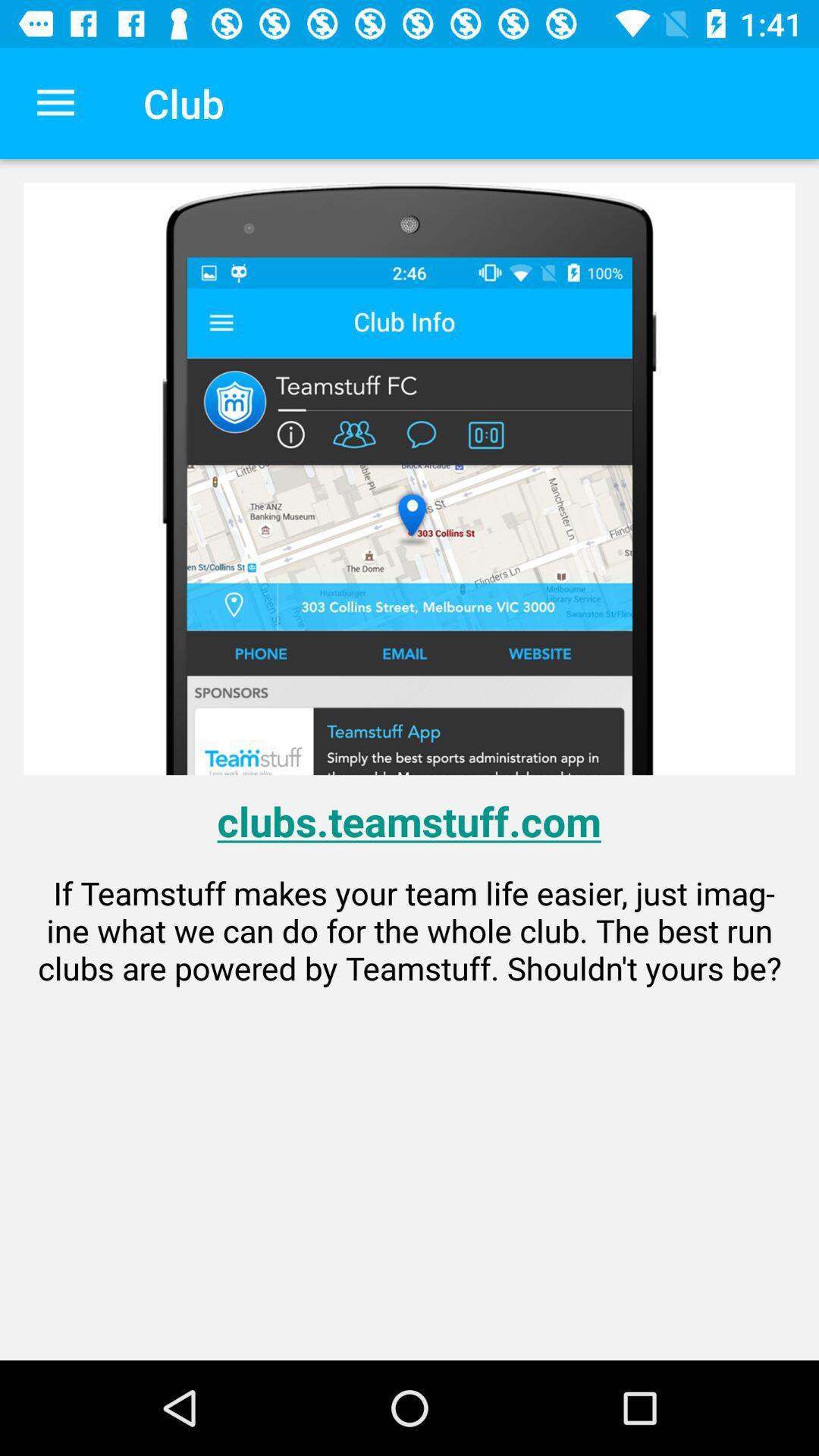  I want to click on item to the left of the club, so click(55, 102).